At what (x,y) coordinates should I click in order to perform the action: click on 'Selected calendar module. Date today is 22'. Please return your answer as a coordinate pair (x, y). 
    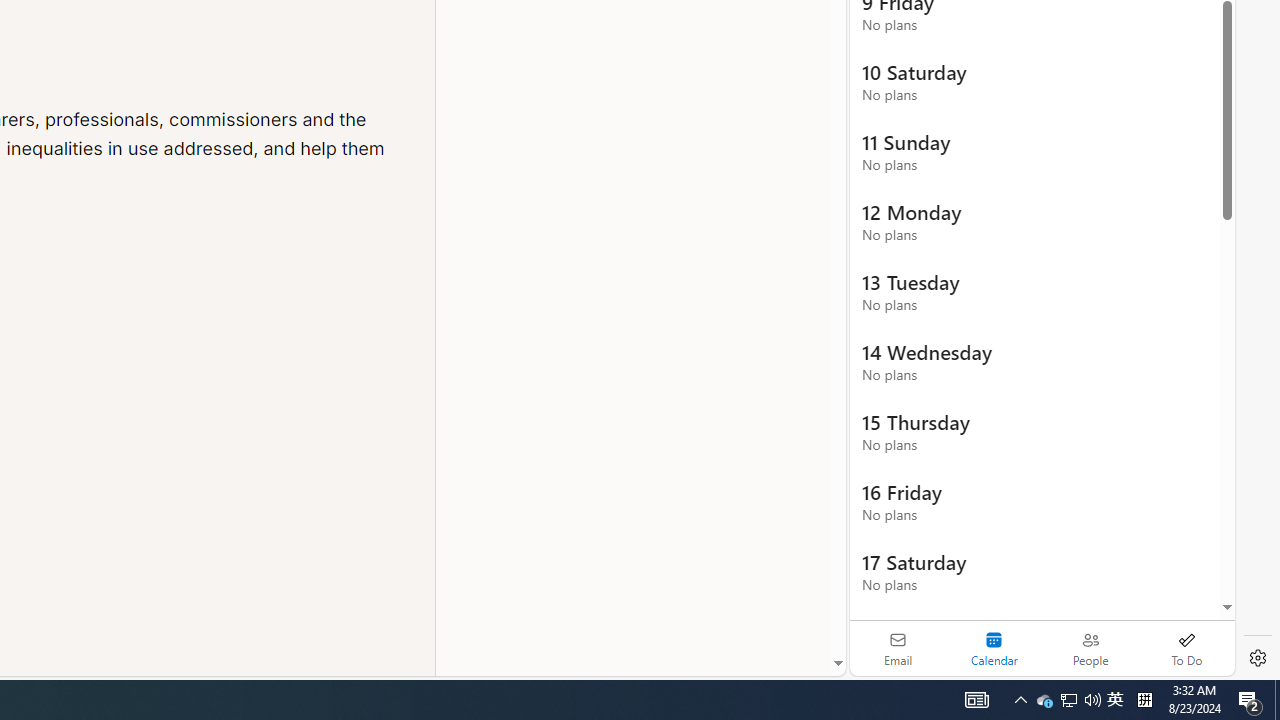
    Looking at the image, I should click on (994, 648).